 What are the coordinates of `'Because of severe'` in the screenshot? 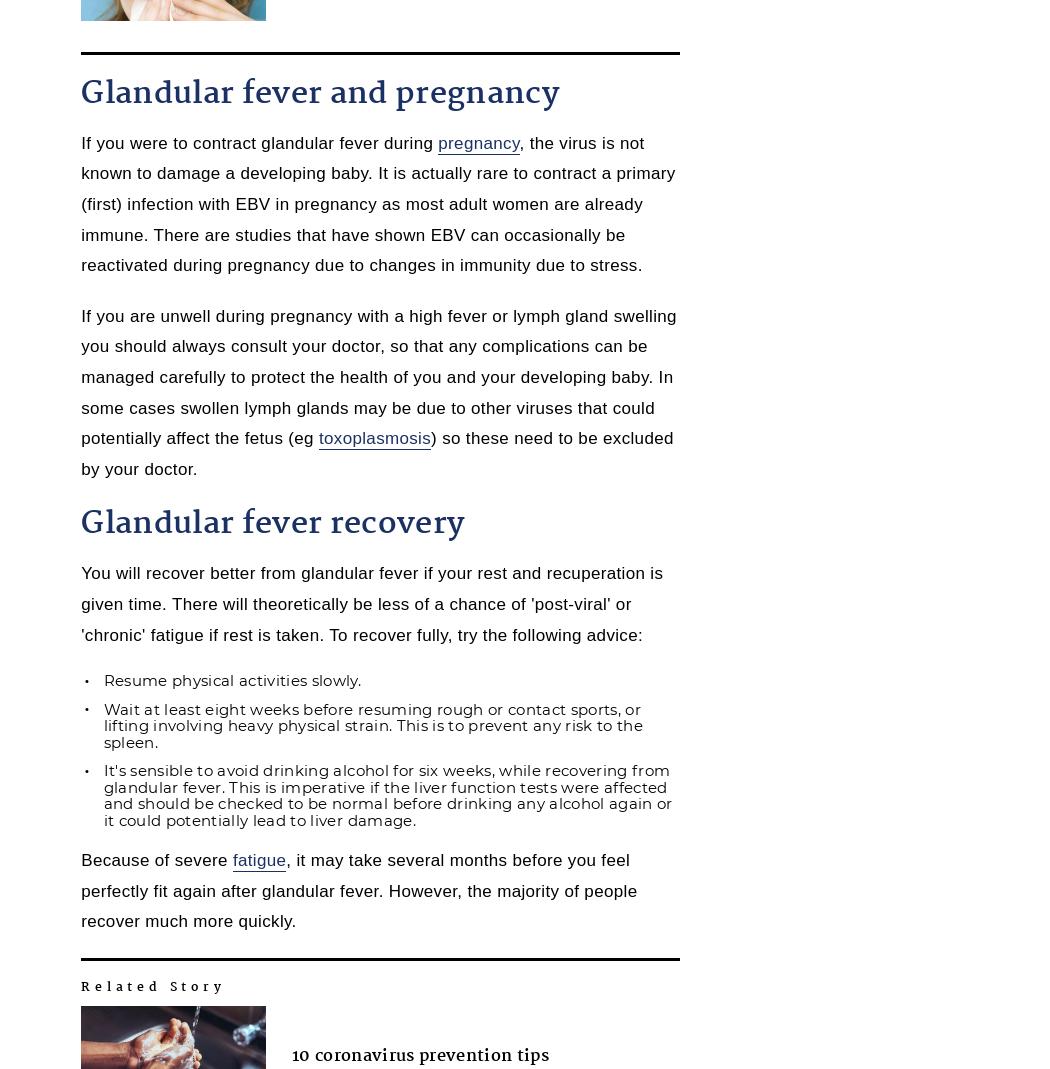 It's located at (156, 859).